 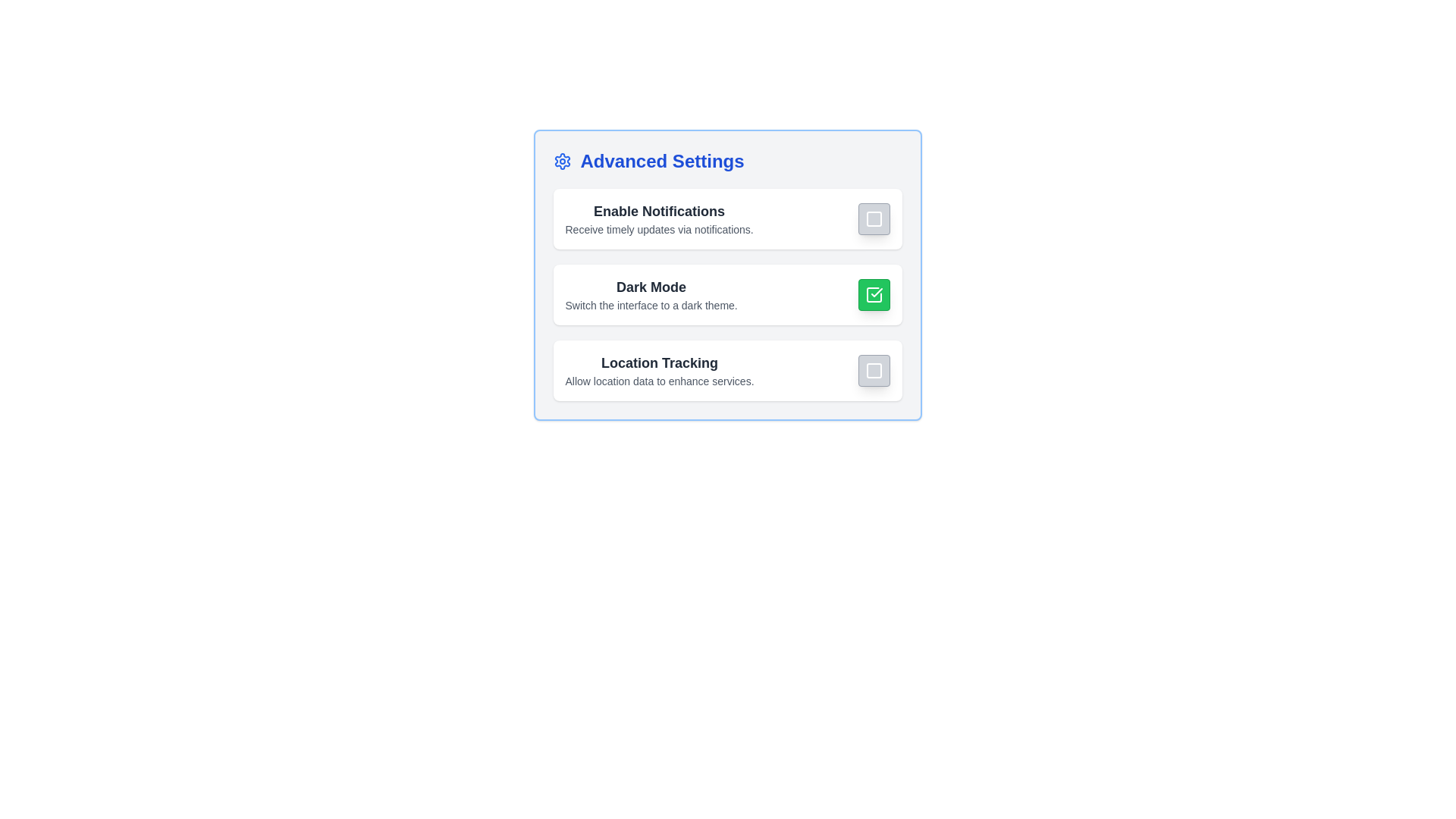 I want to click on the descriptive text label for 'Dark Mode', which provides information about switching the interface to a dark theme and is positioned in the second row of settings, below 'Enable Notifications' and above 'Location Tracking', so click(x=651, y=295).